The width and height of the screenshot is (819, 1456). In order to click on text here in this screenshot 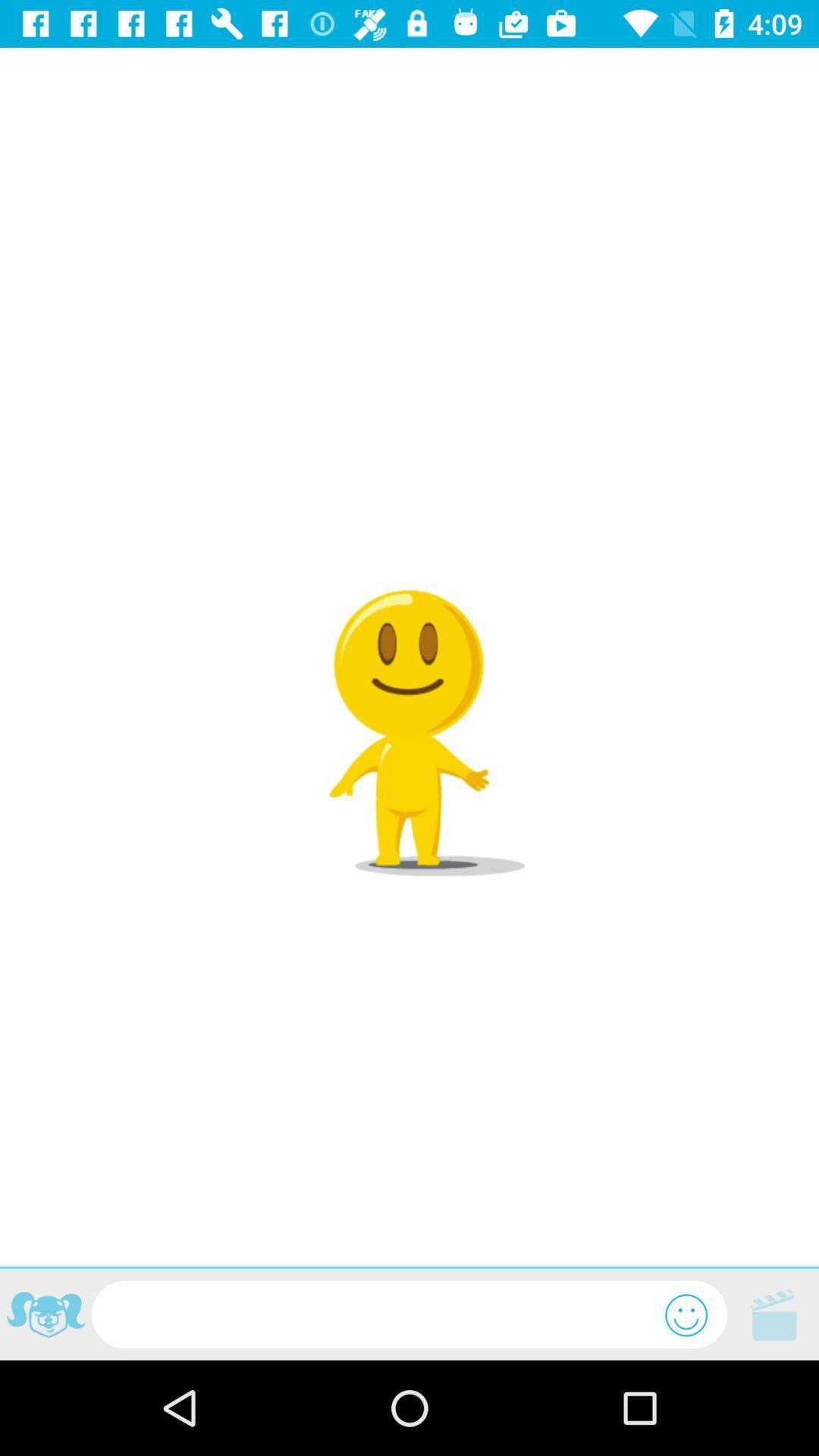, I will do `click(378, 1313)`.